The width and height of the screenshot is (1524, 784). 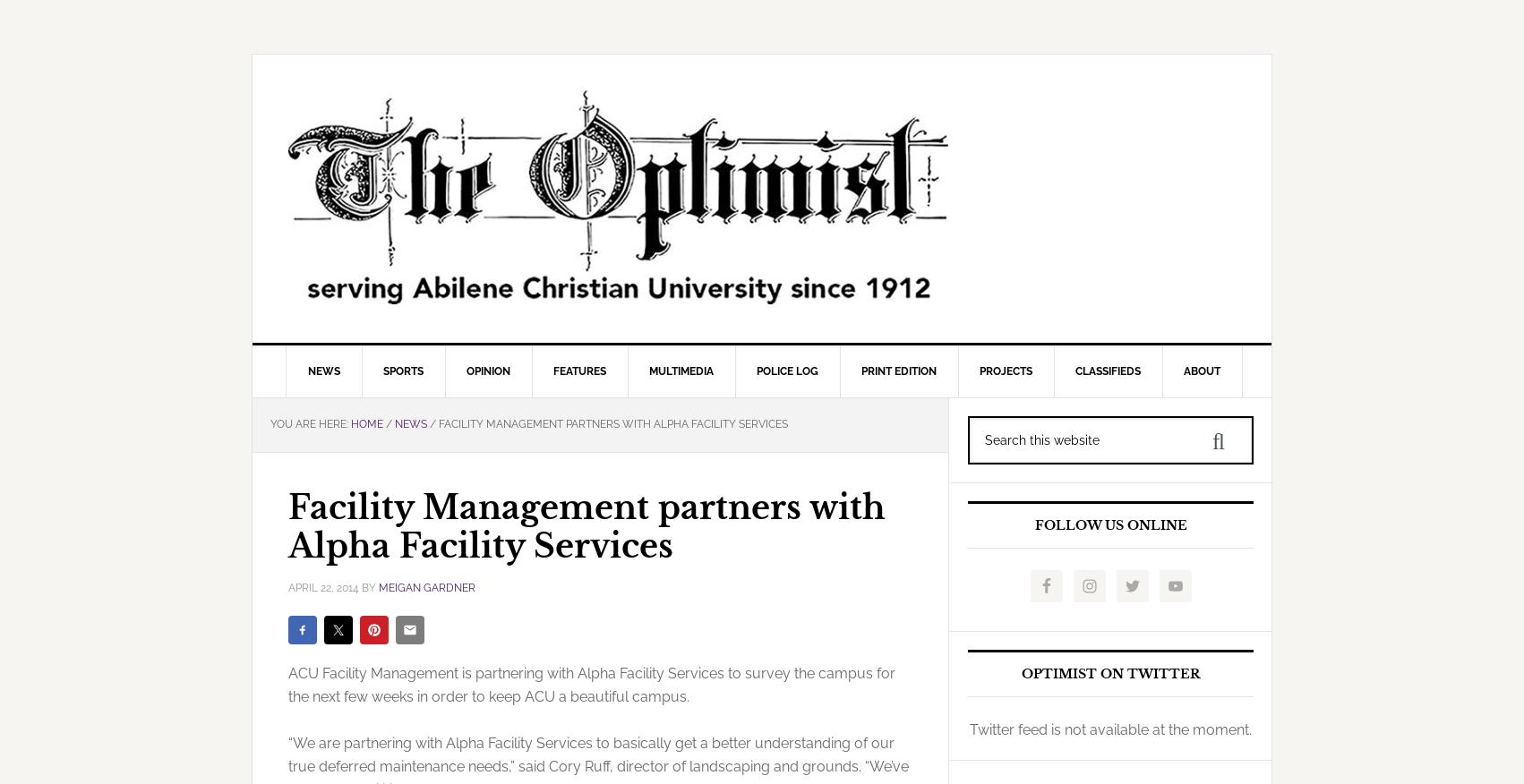 What do you see at coordinates (306, 371) in the screenshot?
I see `'News'` at bounding box center [306, 371].